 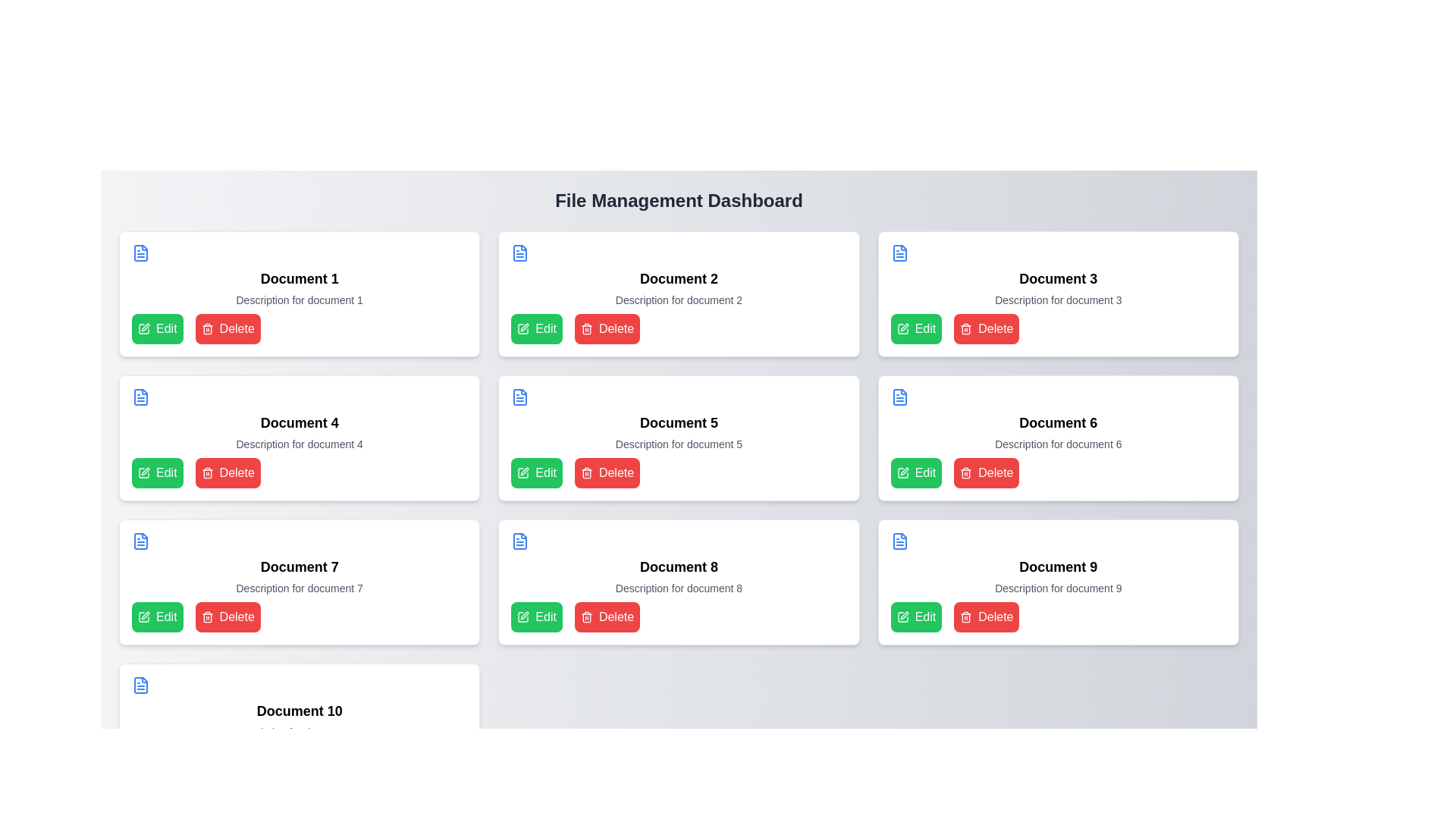 What do you see at coordinates (146, 760) in the screenshot?
I see `the visual style of the pen icon located in the bottom left corner of the control panel associated with 'Document 10'` at bounding box center [146, 760].